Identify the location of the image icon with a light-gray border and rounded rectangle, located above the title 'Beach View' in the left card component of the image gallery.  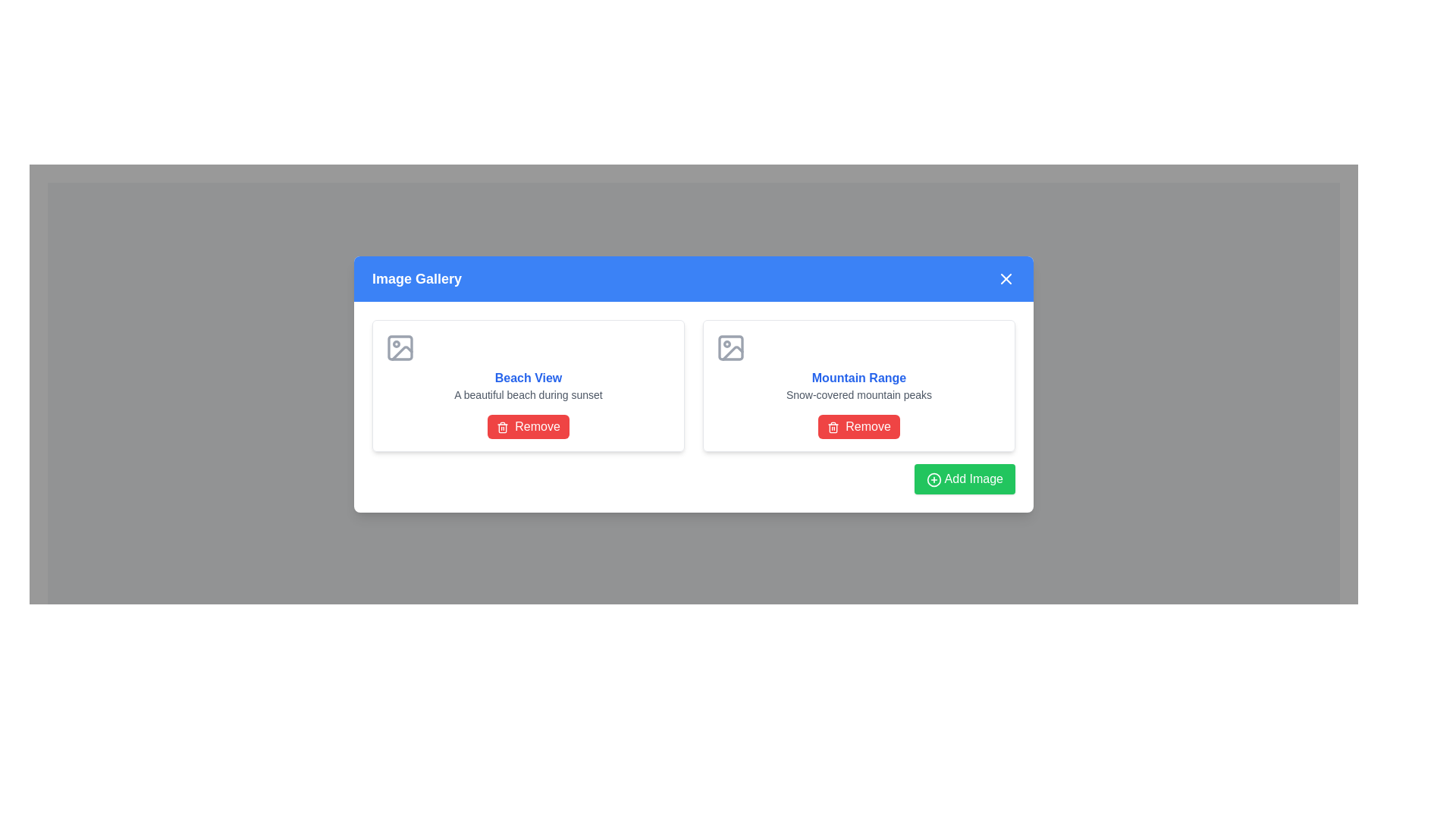
(400, 348).